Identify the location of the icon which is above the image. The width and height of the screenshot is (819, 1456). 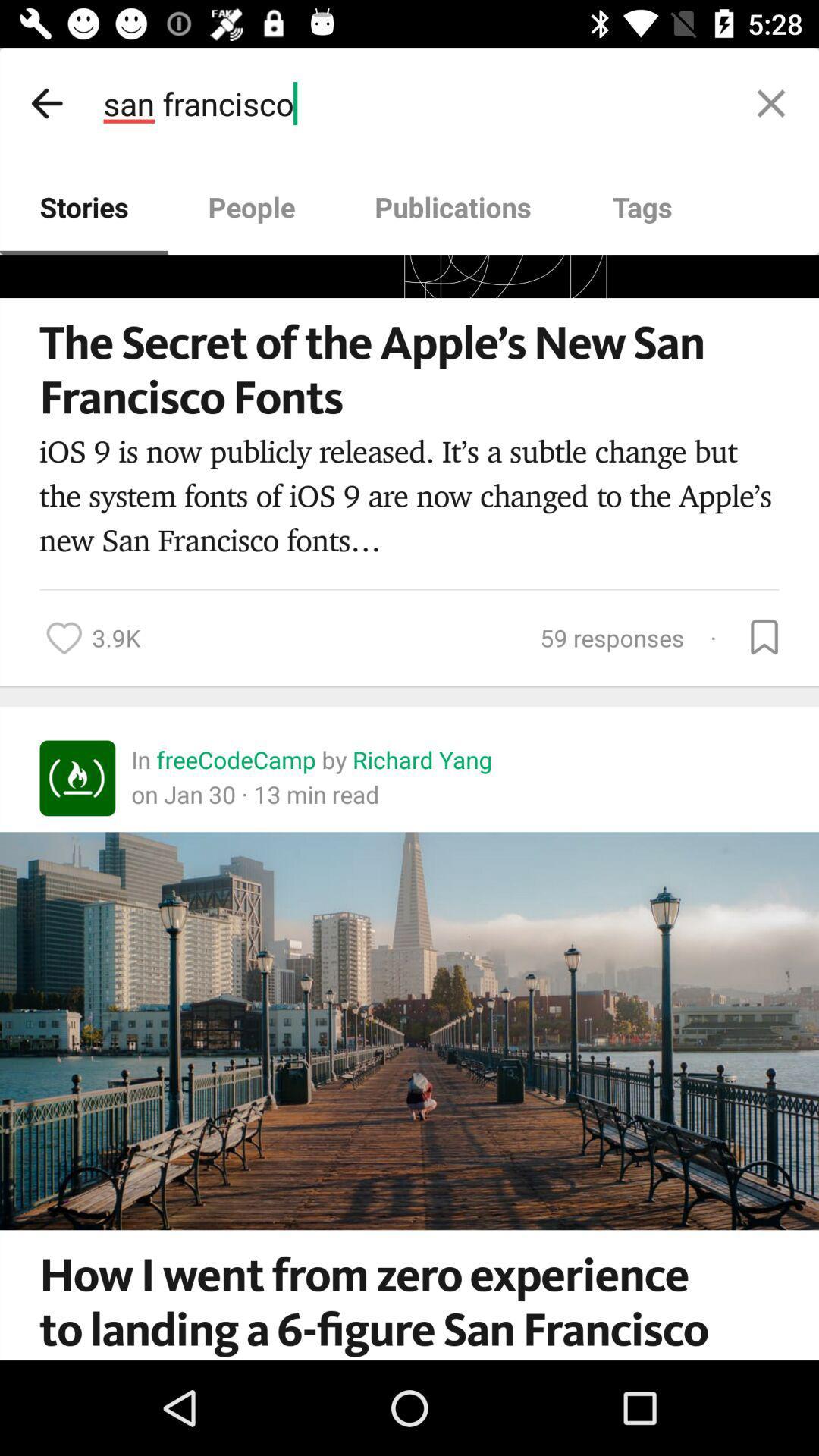
(77, 778).